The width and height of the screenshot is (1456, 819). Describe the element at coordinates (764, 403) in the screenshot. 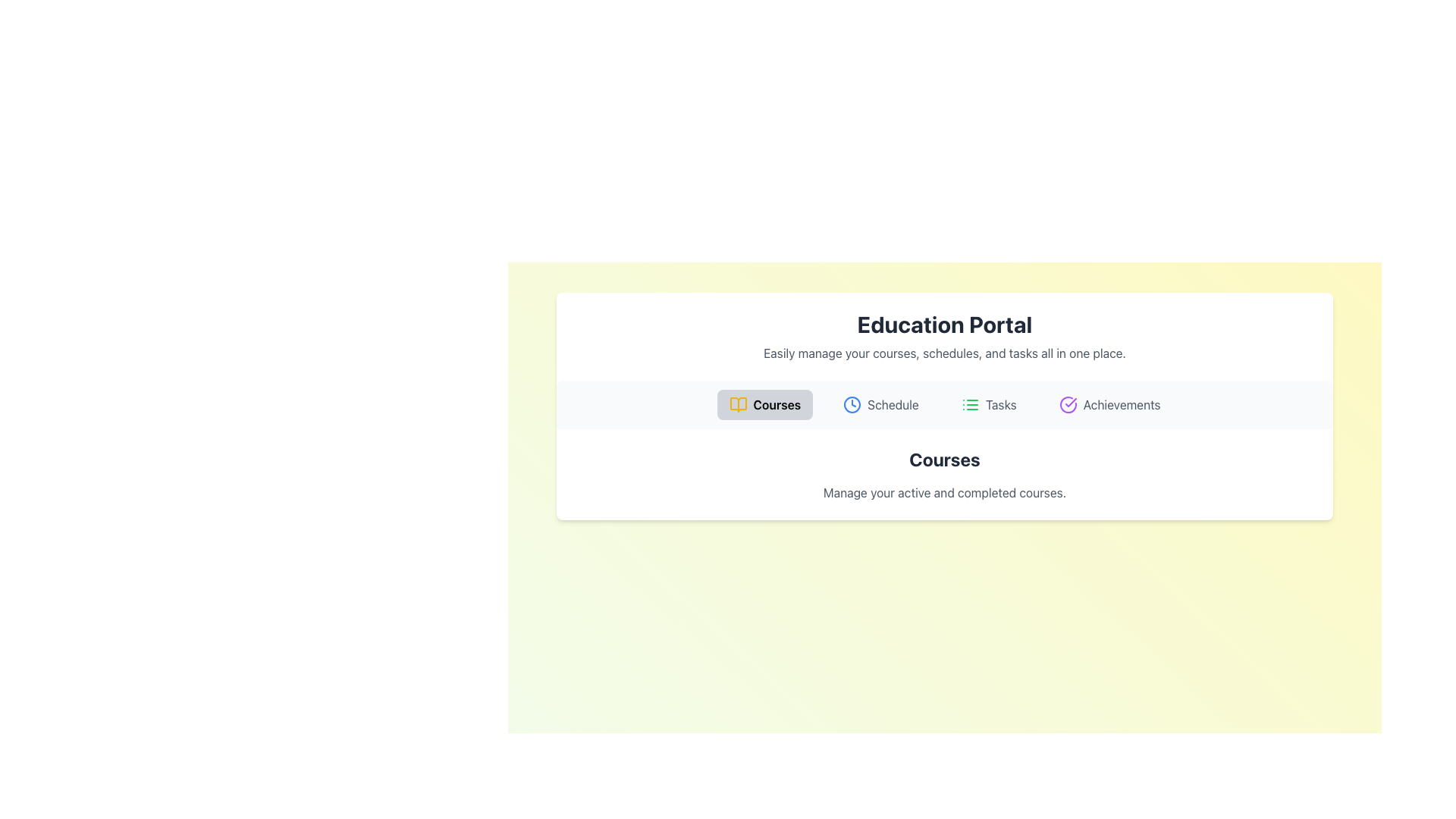

I see `the first button in the navigation panel that displays content related to courses in the application for accessibility` at that location.